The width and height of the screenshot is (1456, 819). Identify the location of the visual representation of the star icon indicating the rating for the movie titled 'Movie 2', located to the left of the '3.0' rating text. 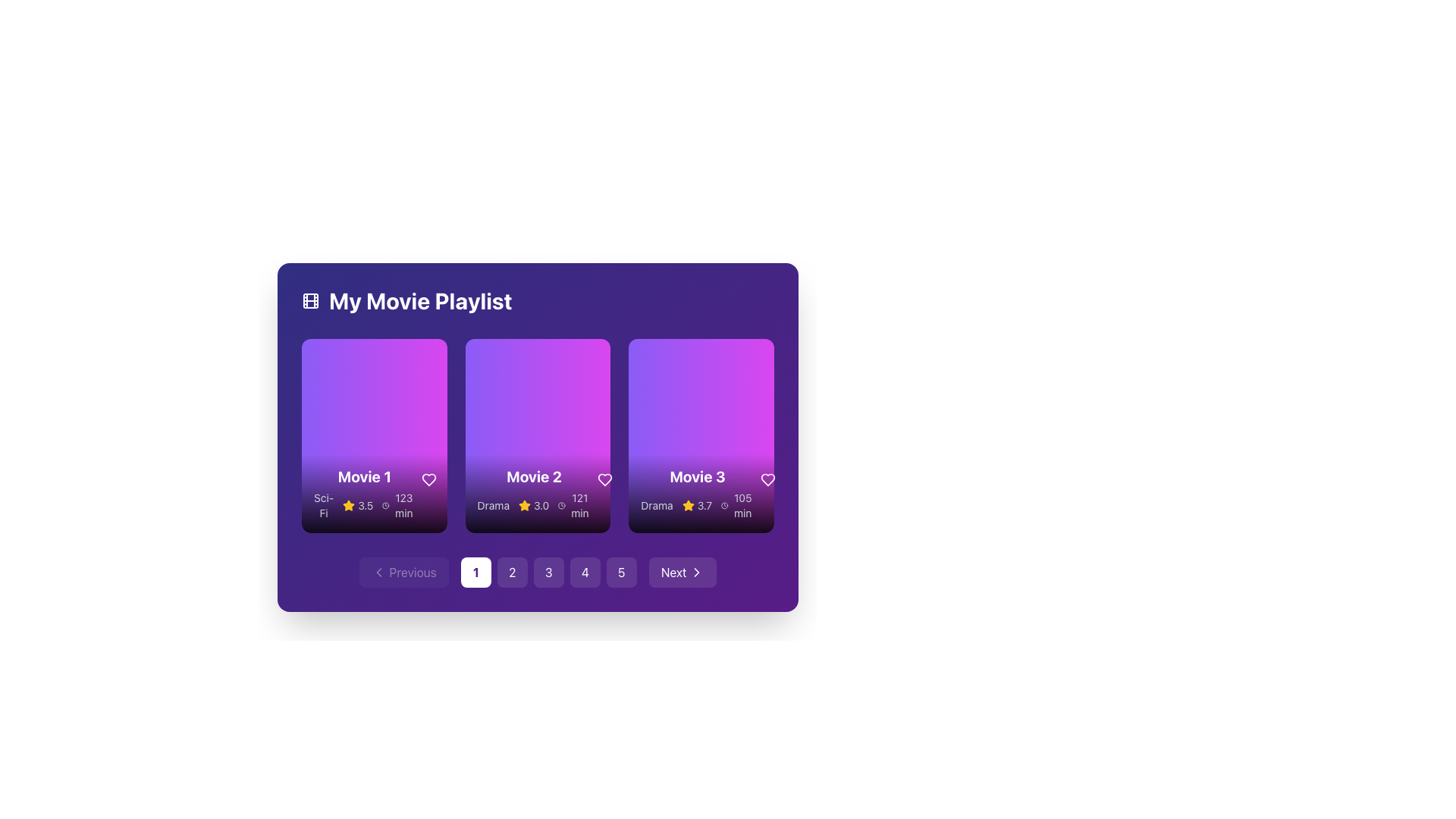
(687, 505).